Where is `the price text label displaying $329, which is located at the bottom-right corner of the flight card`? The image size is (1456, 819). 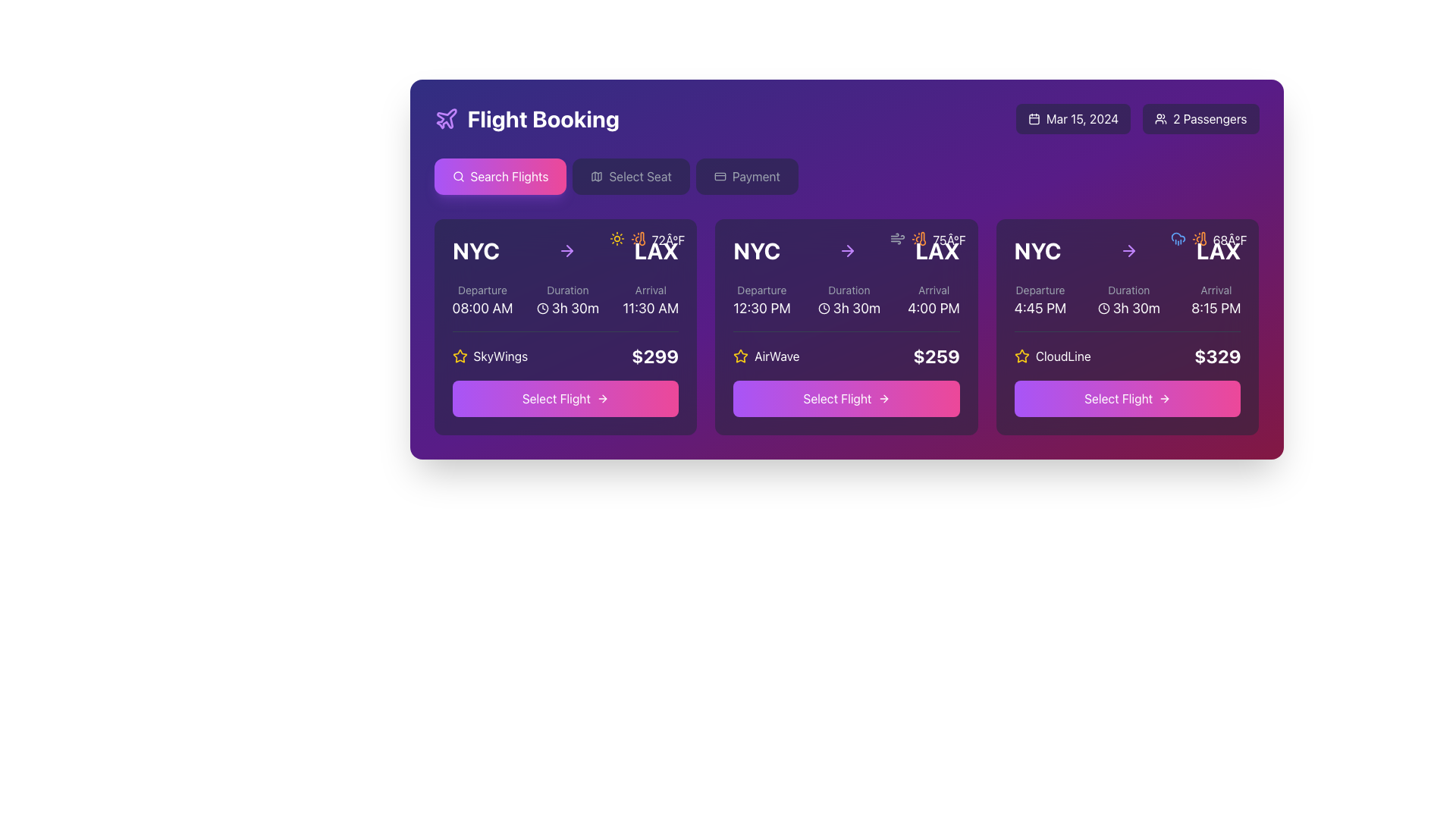 the price text label displaying $329, which is located at the bottom-right corner of the flight card is located at coordinates (1217, 356).